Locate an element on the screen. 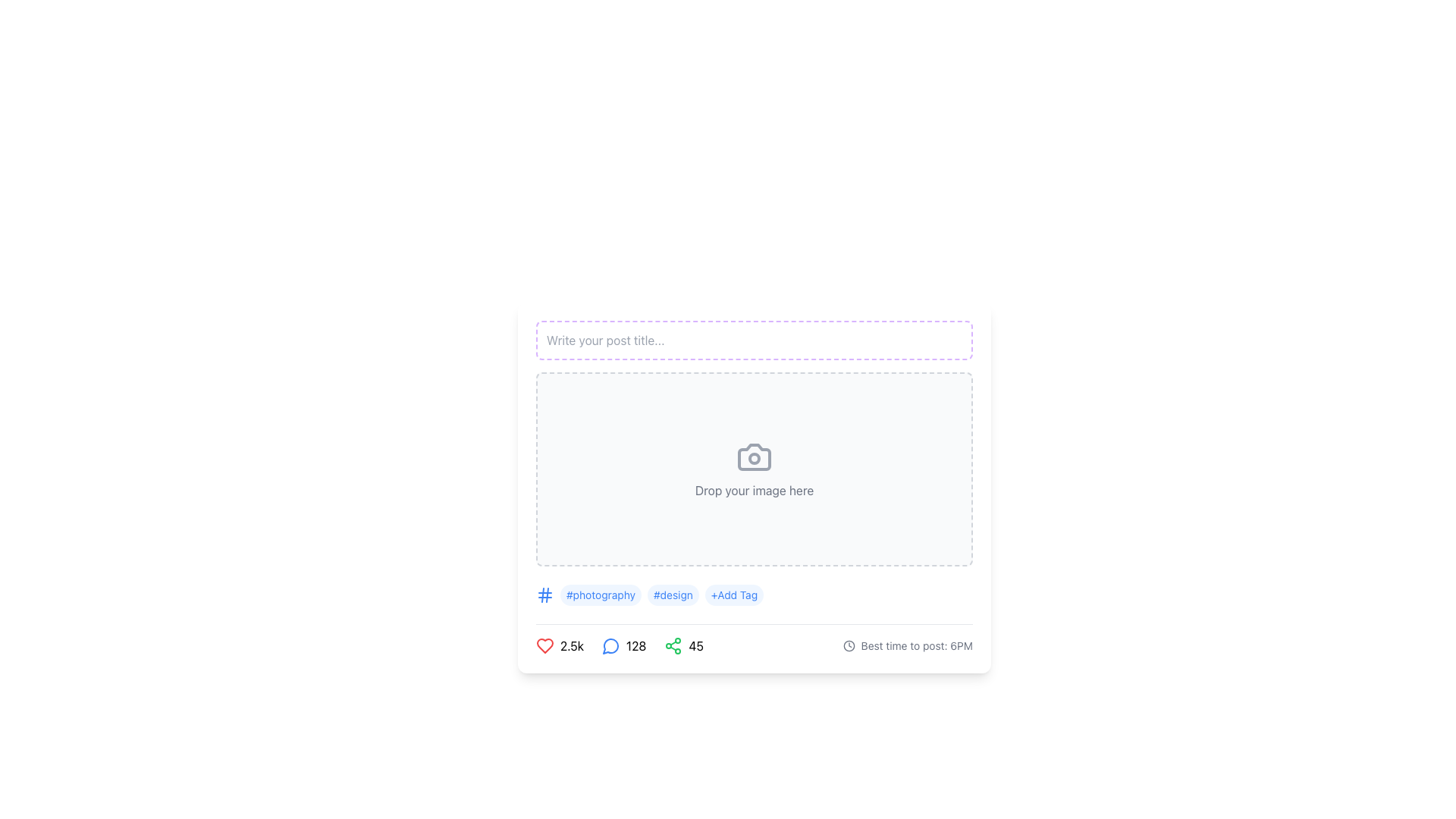 This screenshot has height=819, width=1456. the text label displaying '2.5k', which is located in the bottom-left section of the interface, adjacent to a red heart icon is located at coordinates (571, 646).